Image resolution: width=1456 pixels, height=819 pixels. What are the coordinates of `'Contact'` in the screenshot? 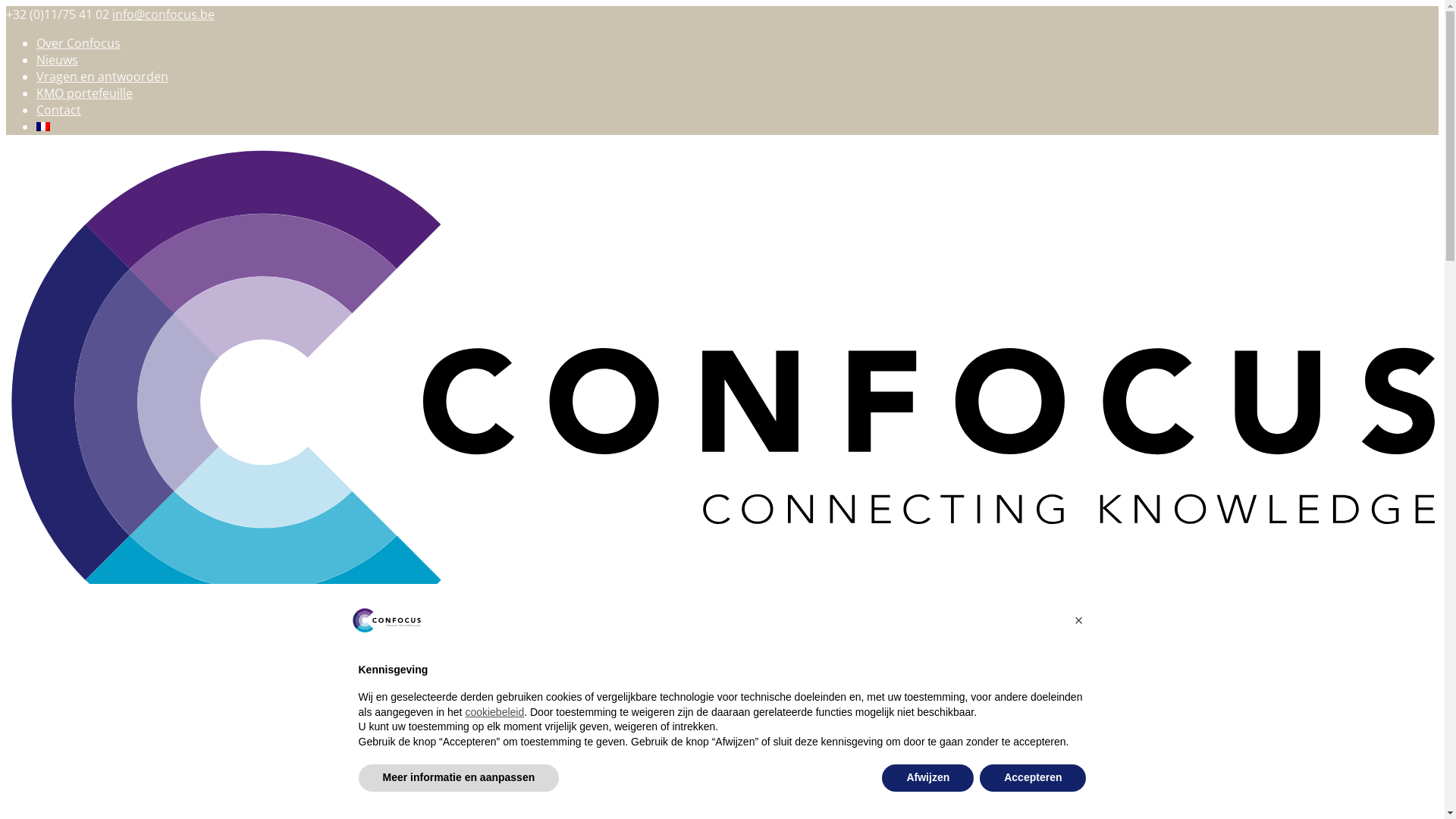 It's located at (58, 109).